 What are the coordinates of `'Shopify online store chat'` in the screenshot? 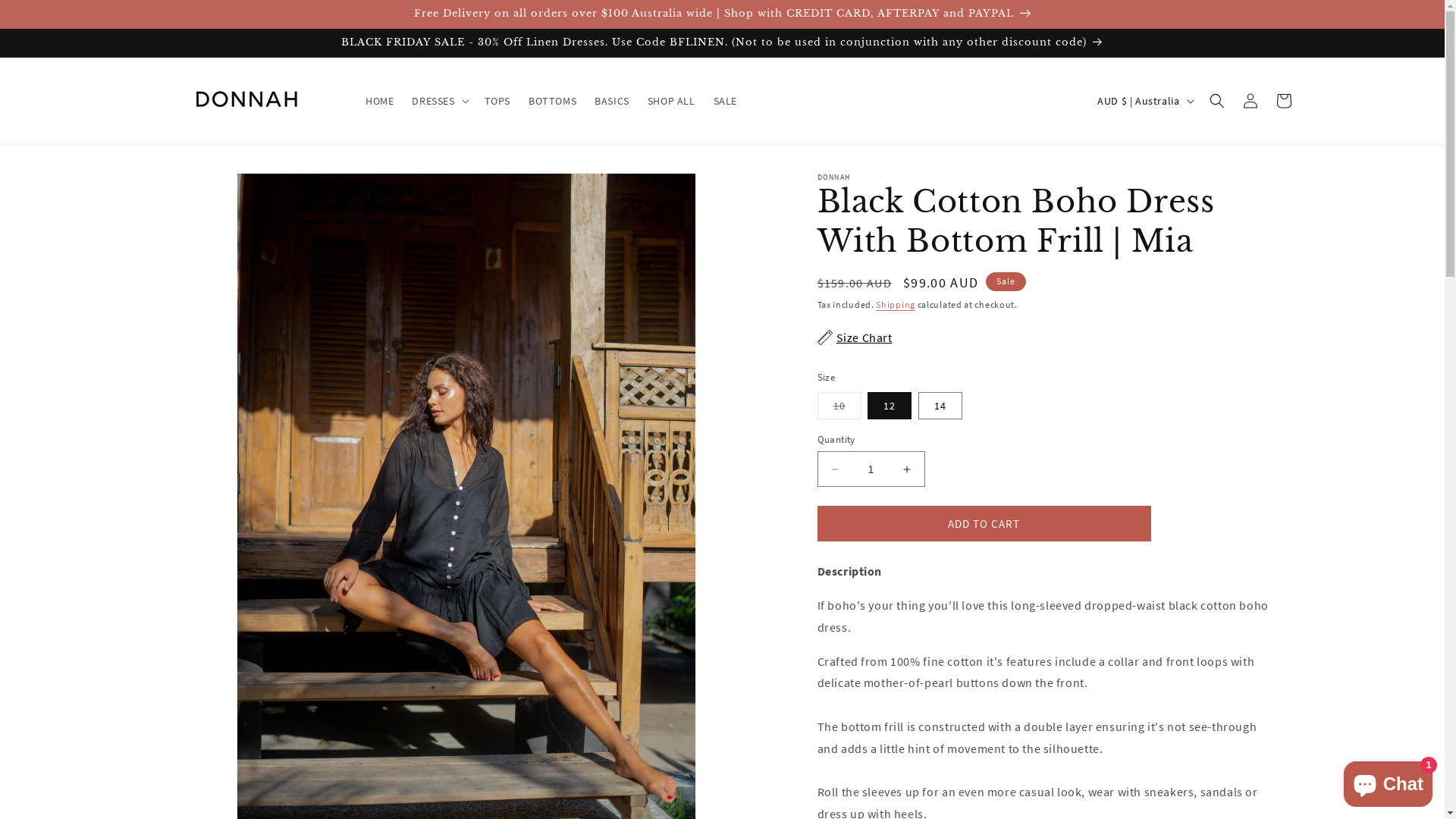 It's located at (1339, 780).